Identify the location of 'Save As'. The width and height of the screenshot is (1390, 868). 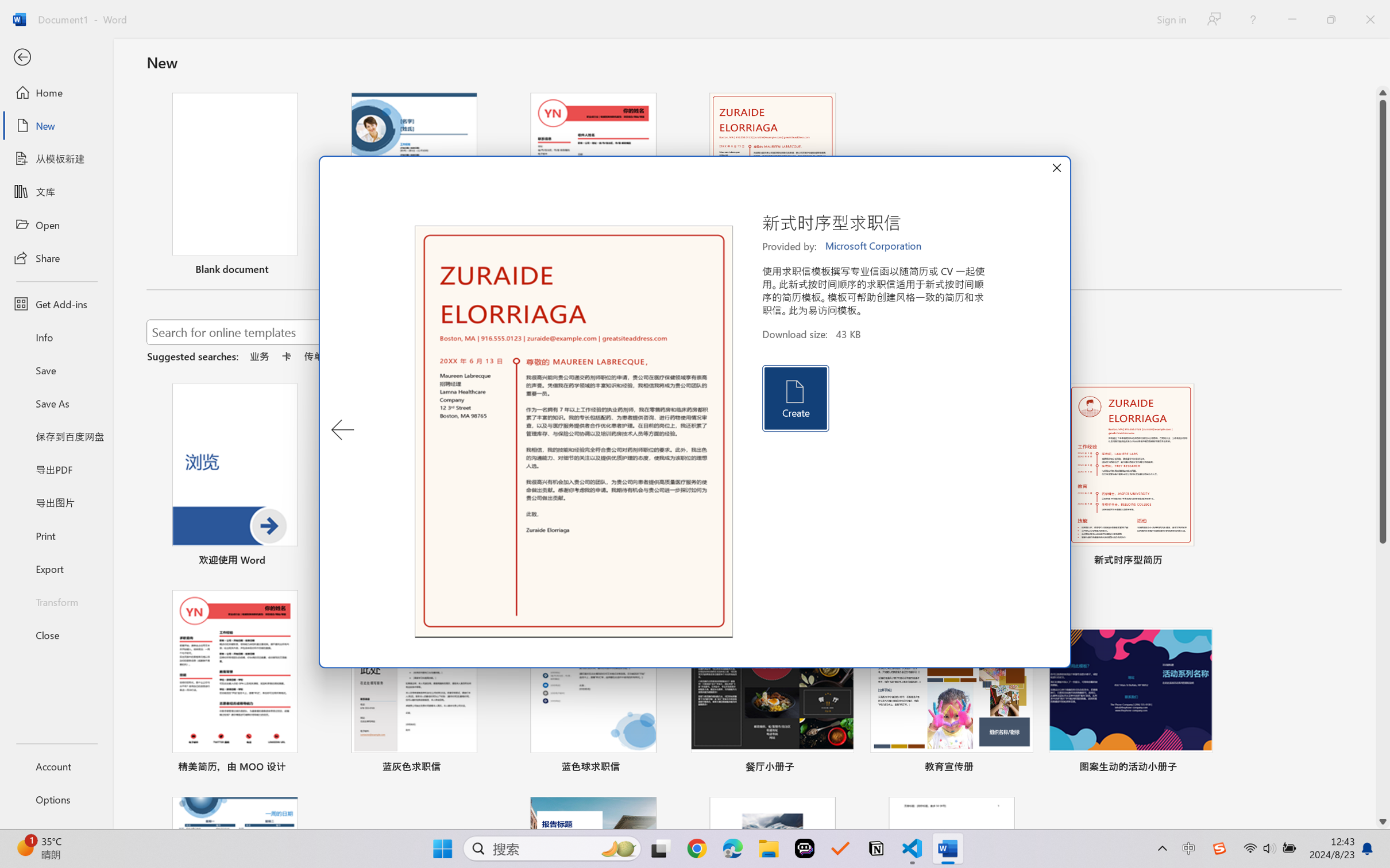
(56, 403).